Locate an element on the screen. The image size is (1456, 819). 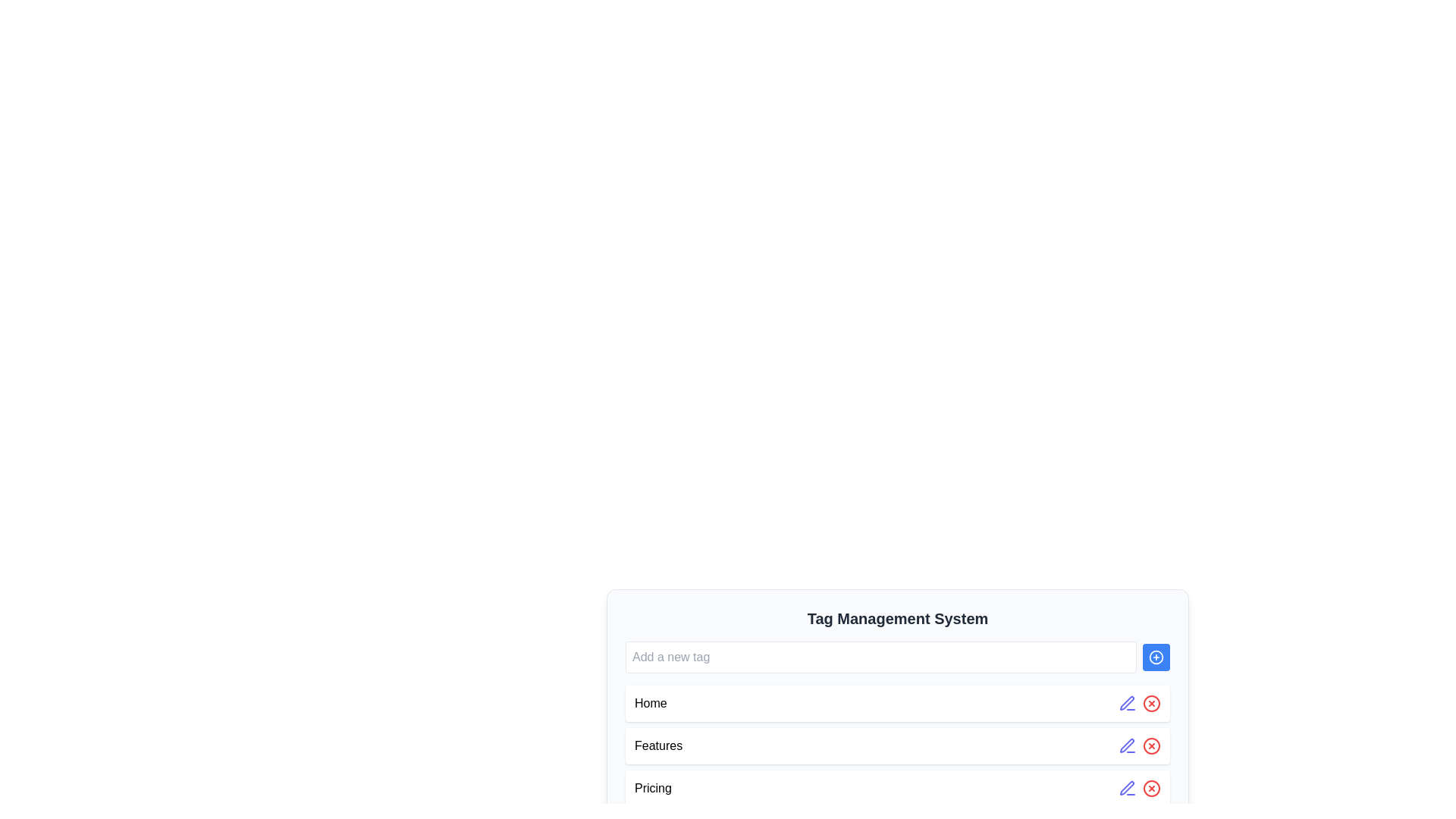
the delete button, which is the last icon in a horizontally aligned group located to the right of a text input field in a list entry is located at coordinates (1151, 704).